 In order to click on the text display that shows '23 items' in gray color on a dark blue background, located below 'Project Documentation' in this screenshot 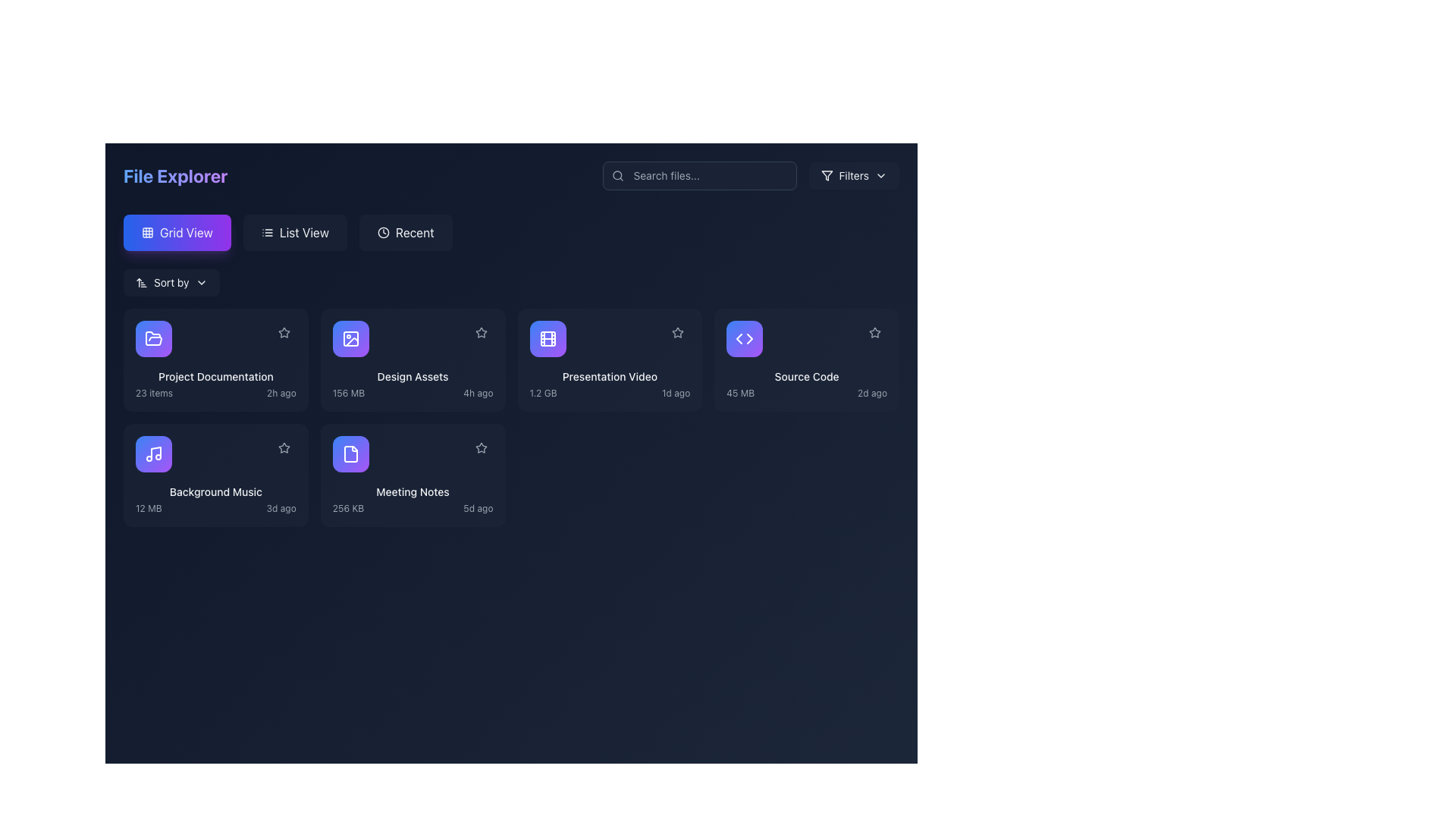, I will do `click(154, 393)`.